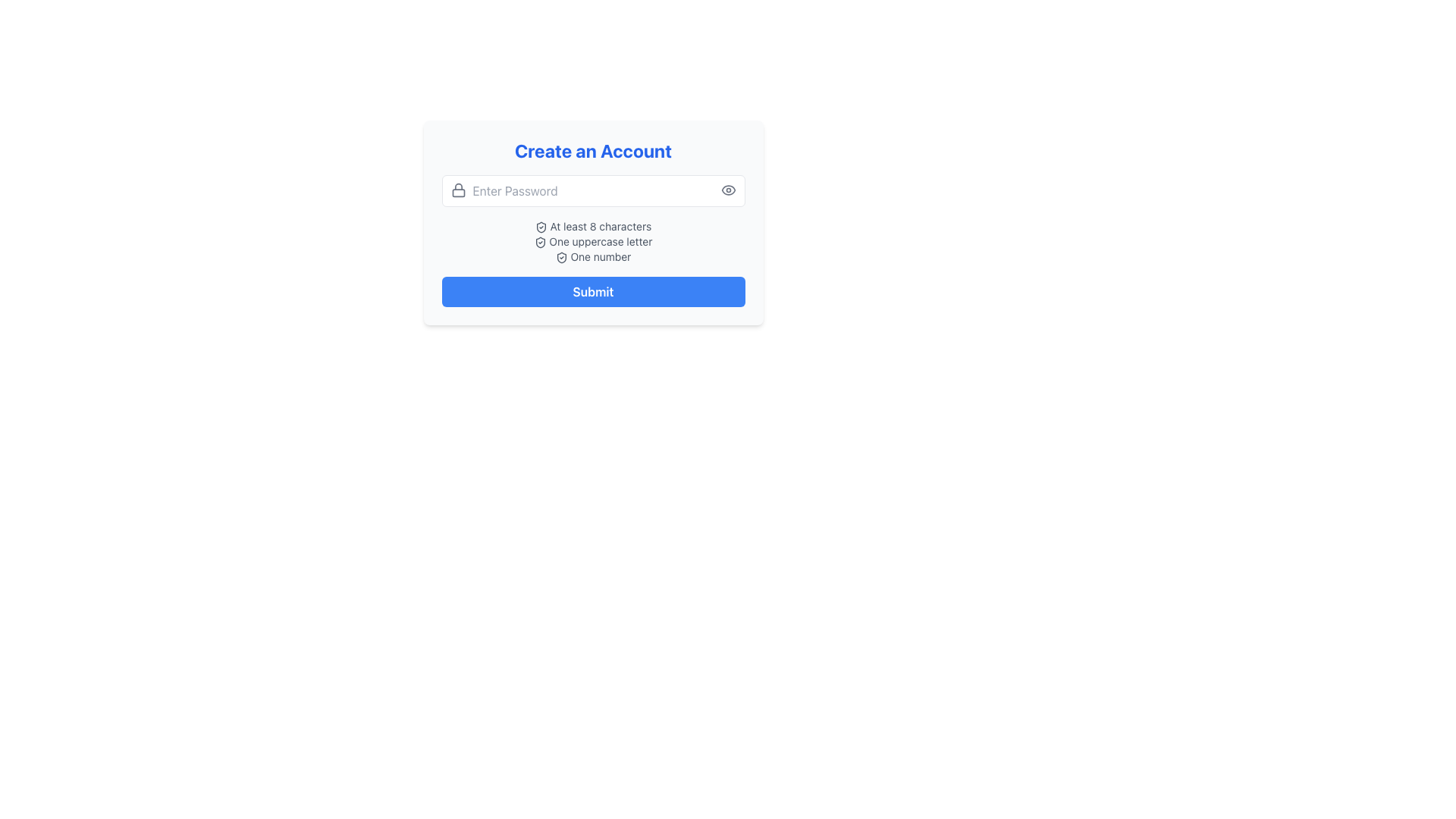 The height and width of the screenshot is (819, 1456). I want to click on the text description list that displays password criteria for account creation, located below the password input field and above the 'Submit' button, so click(592, 241).